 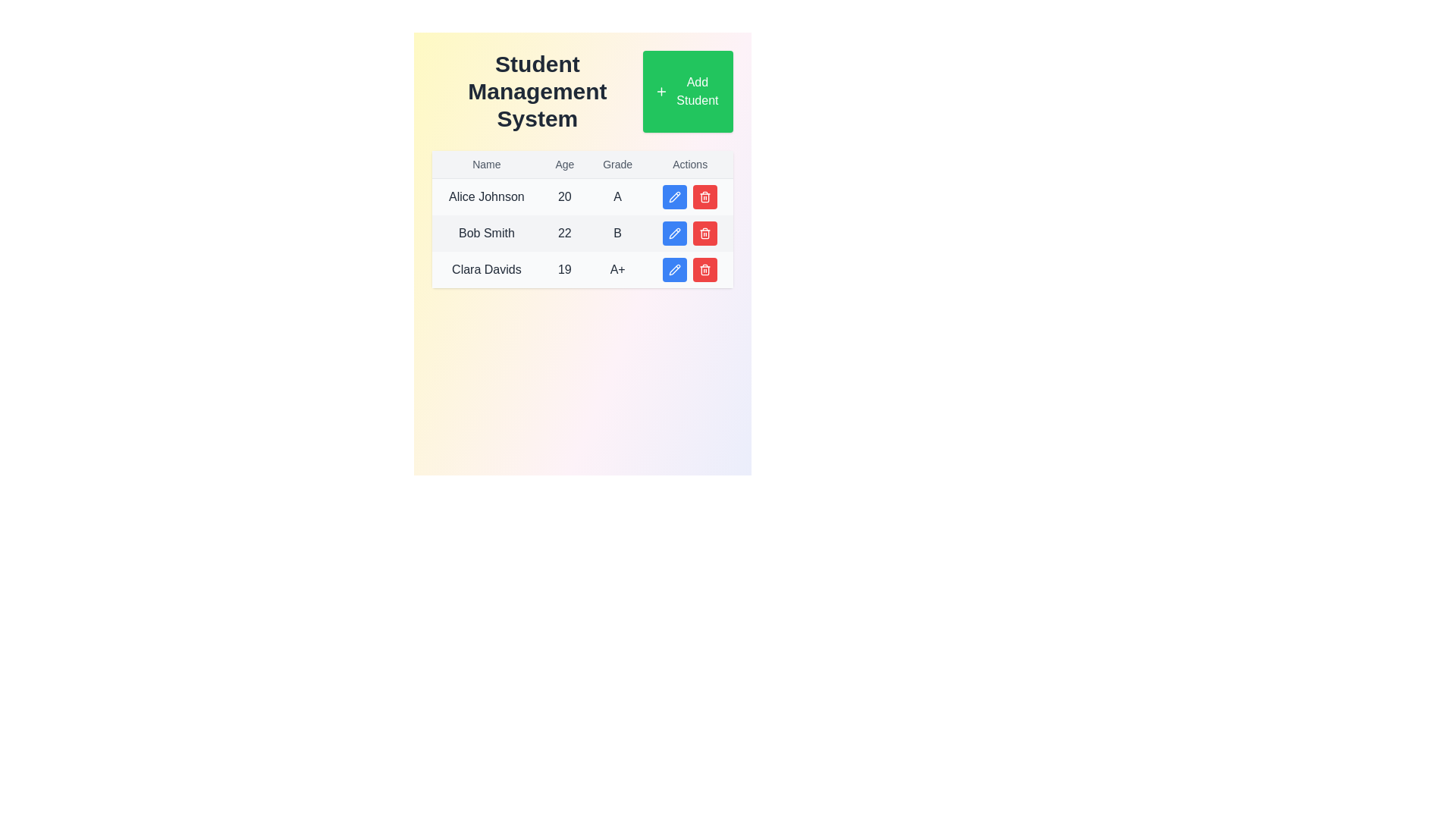 I want to click on textual information displayed in the second row of the table, which contains data about the student 'Bob Smith', age '22', and grade 'B', along with action buttons for editing and deleting, so click(x=582, y=233).